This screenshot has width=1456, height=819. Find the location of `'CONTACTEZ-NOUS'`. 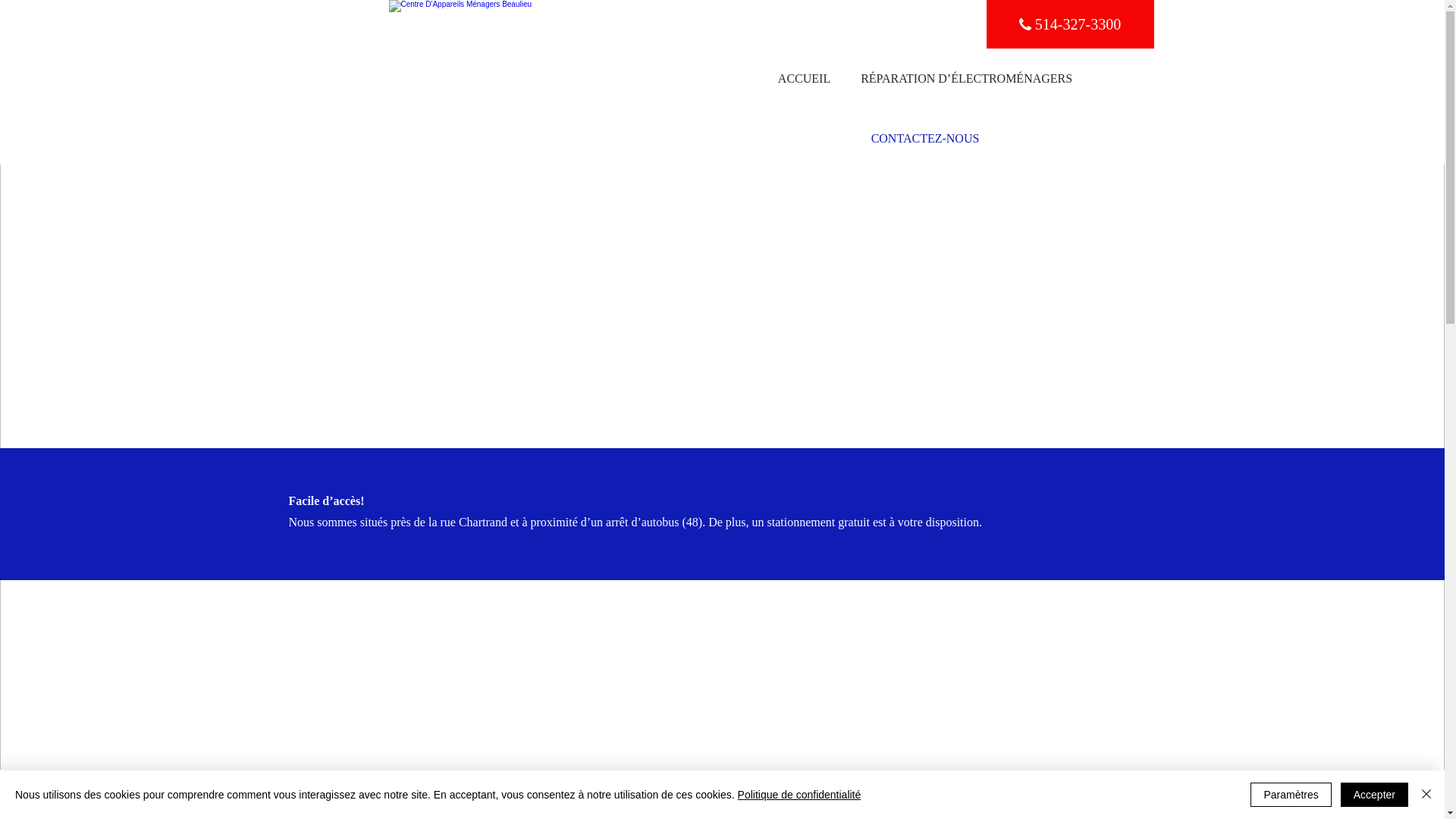

'CONTACTEZ-NOUS' is located at coordinates (924, 138).